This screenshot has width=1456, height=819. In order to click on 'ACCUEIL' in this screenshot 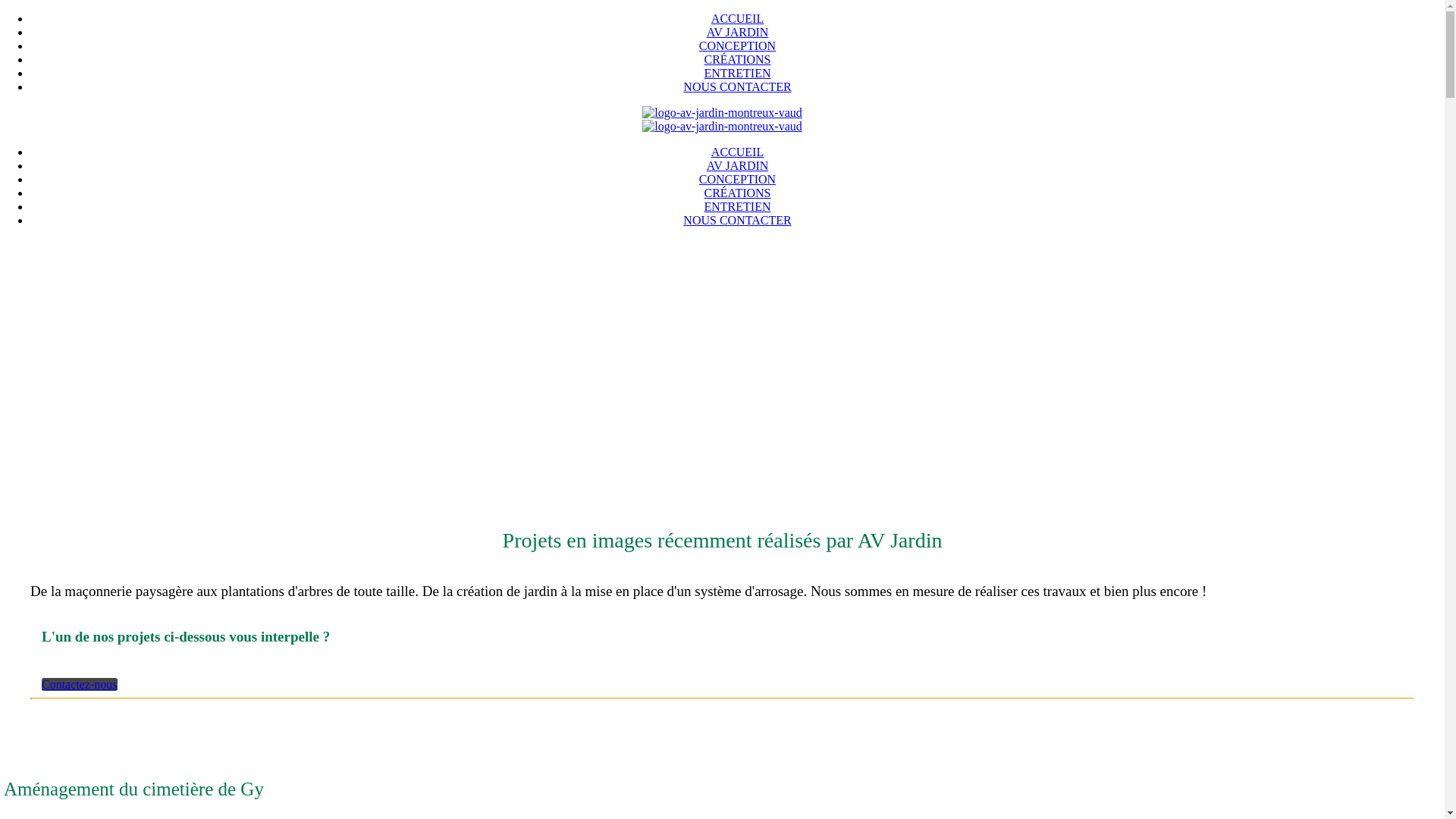, I will do `click(737, 152)`.